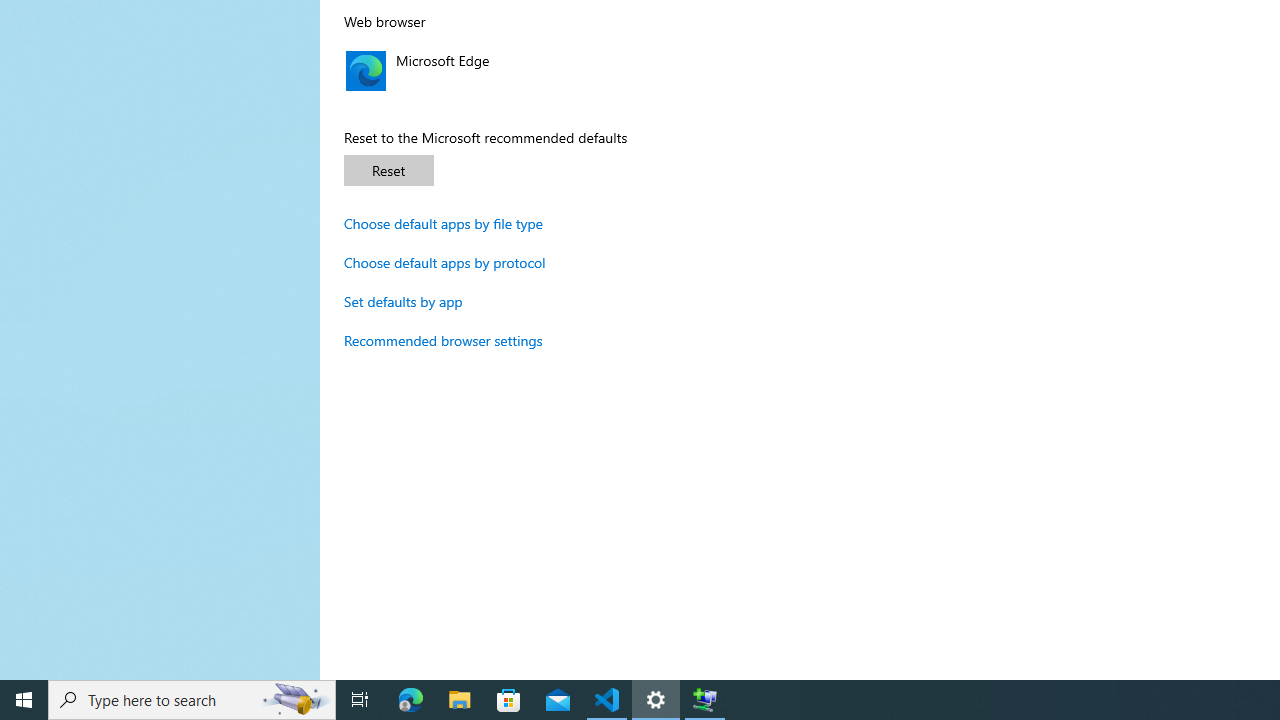 This screenshot has width=1280, height=720. I want to click on 'Reset', so click(389, 169).